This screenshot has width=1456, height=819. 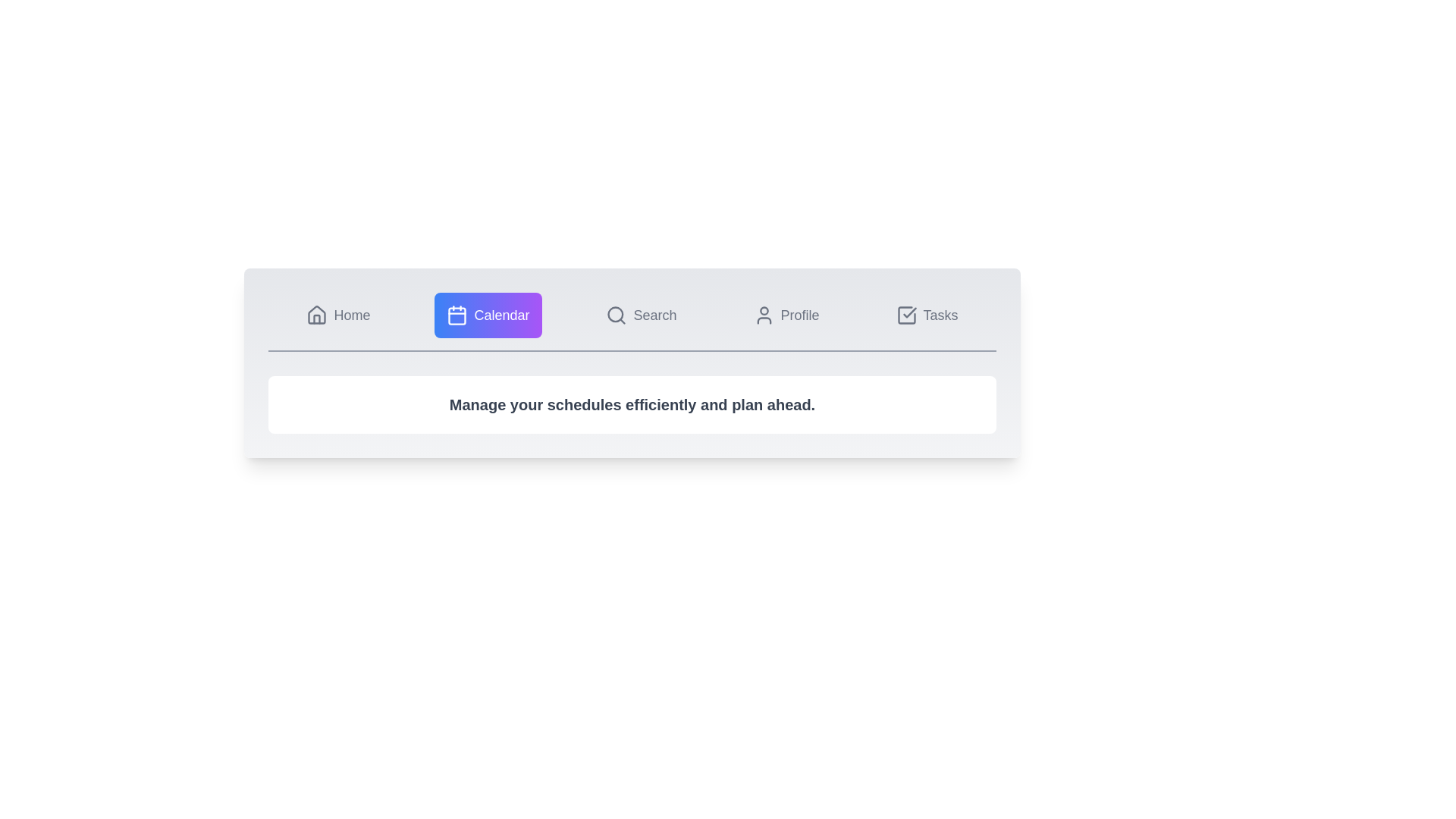 I want to click on the Calendar tab, so click(x=488, y=315).